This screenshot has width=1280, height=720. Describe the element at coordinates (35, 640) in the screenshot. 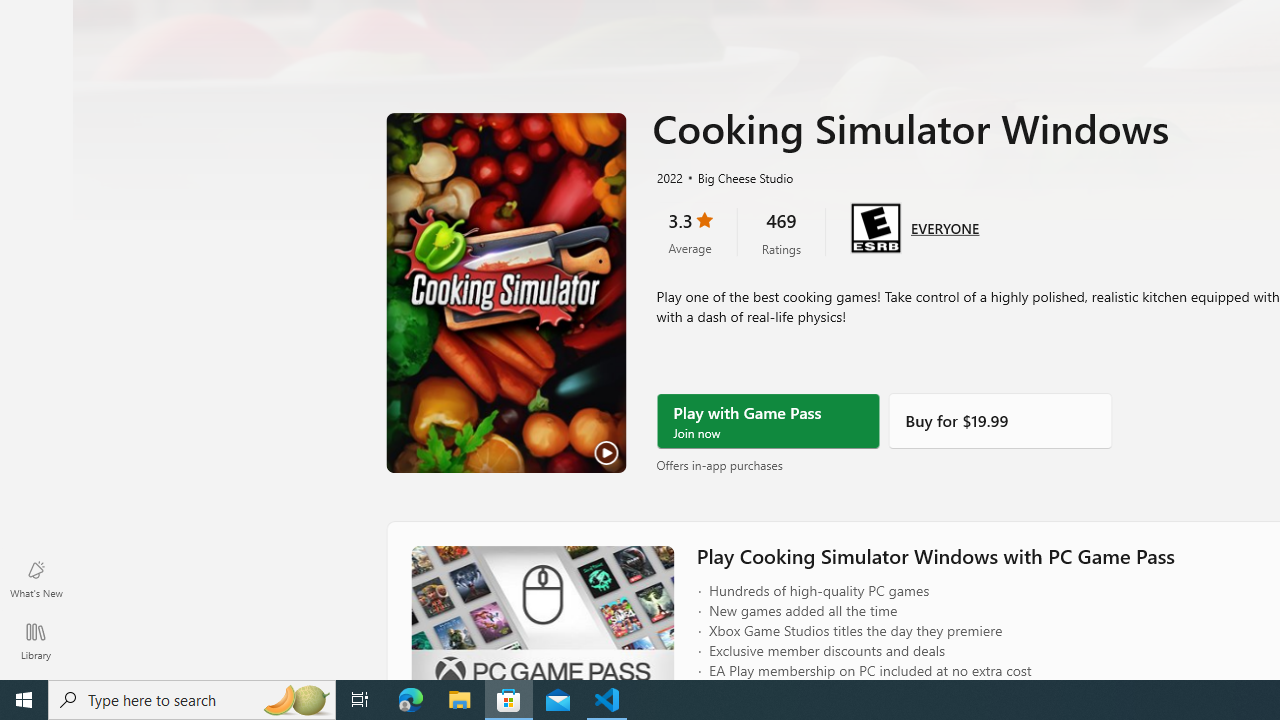

I see `'Library'` at that location.